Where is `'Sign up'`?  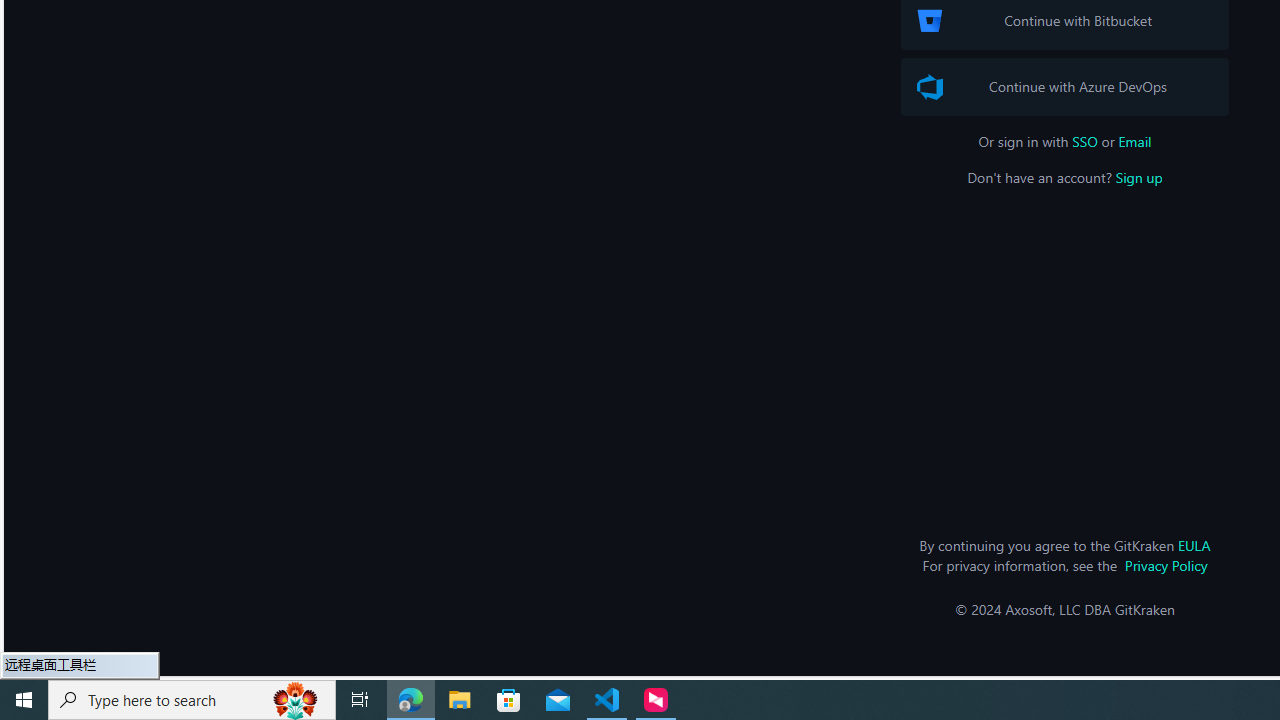 'Sign up' is located at coordinates (1139, 176).